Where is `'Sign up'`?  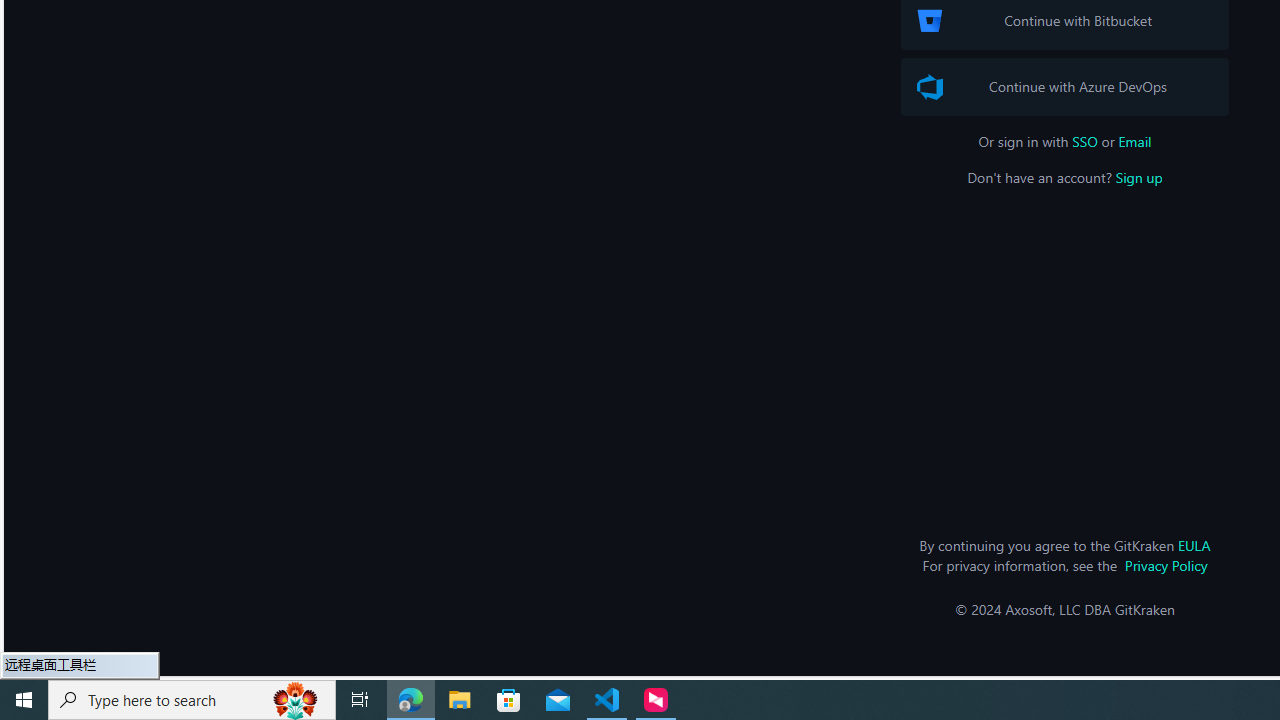 'Sign up' is located at coordinates (1139, 176).